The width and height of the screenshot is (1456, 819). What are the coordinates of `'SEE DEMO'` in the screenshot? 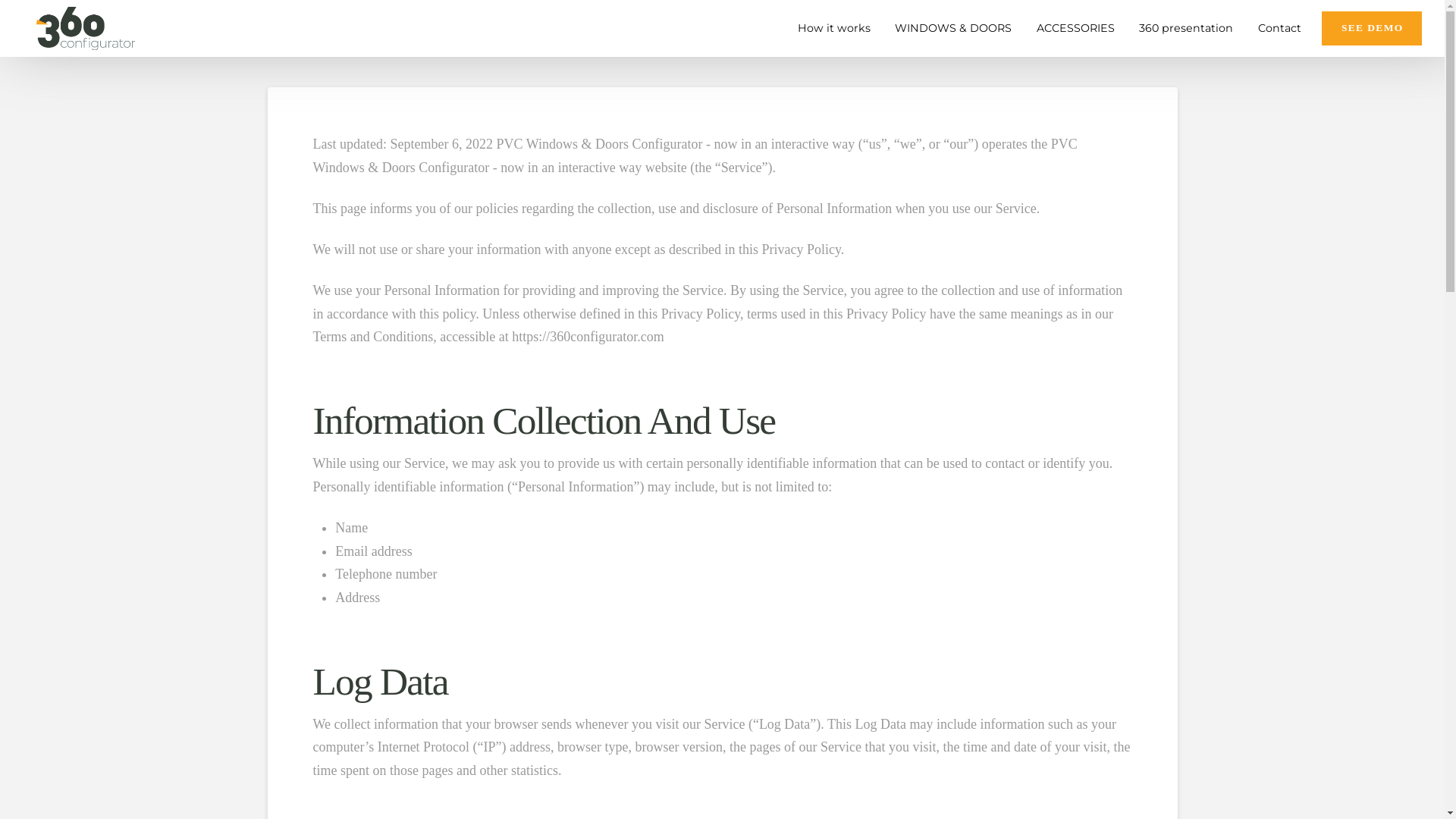 It's located at (1320, 28).